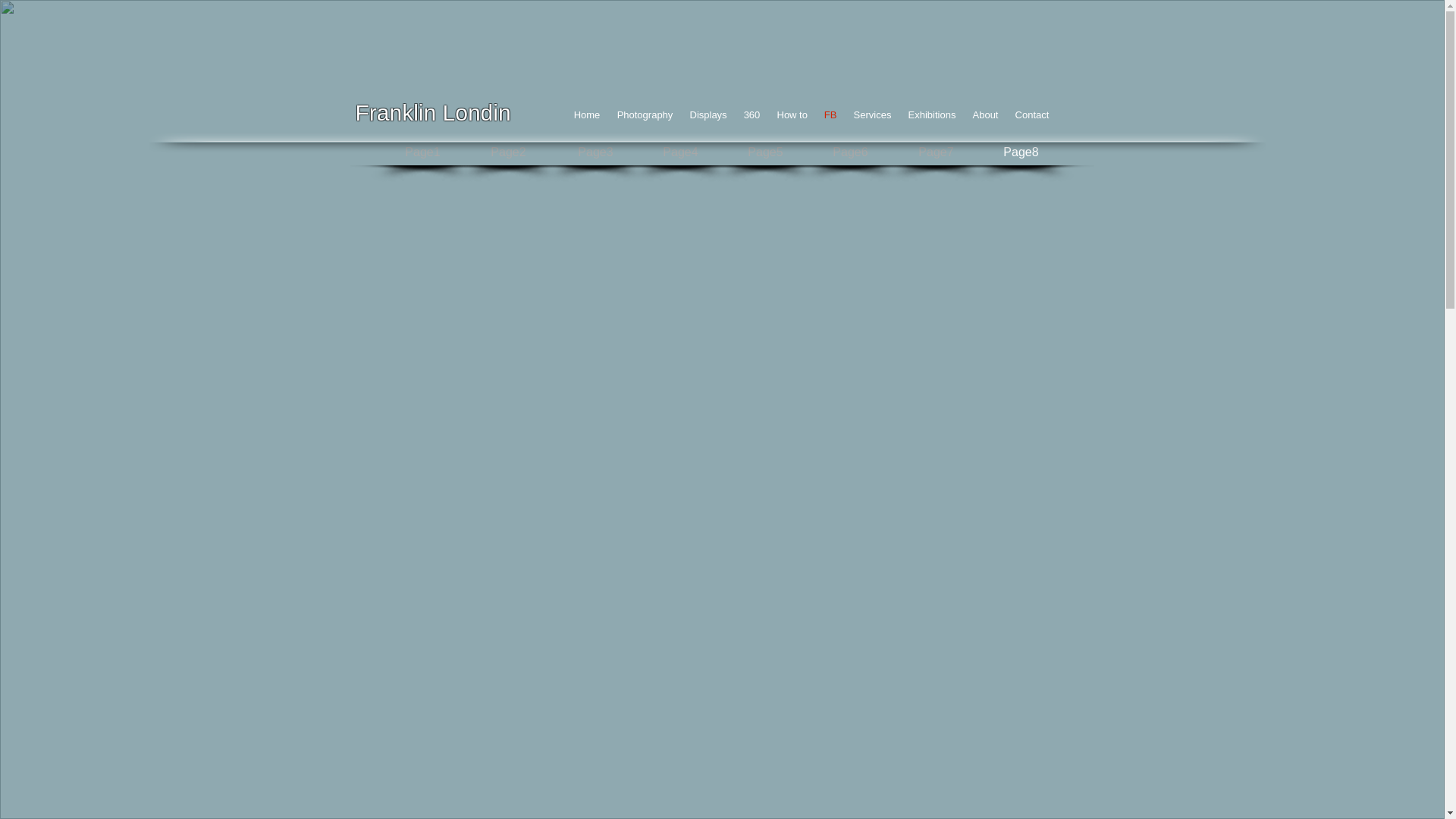  What do you see at coordinates (764, 152) in the screenshot?
I see `'Page5'` at bounding box center [764, 152].